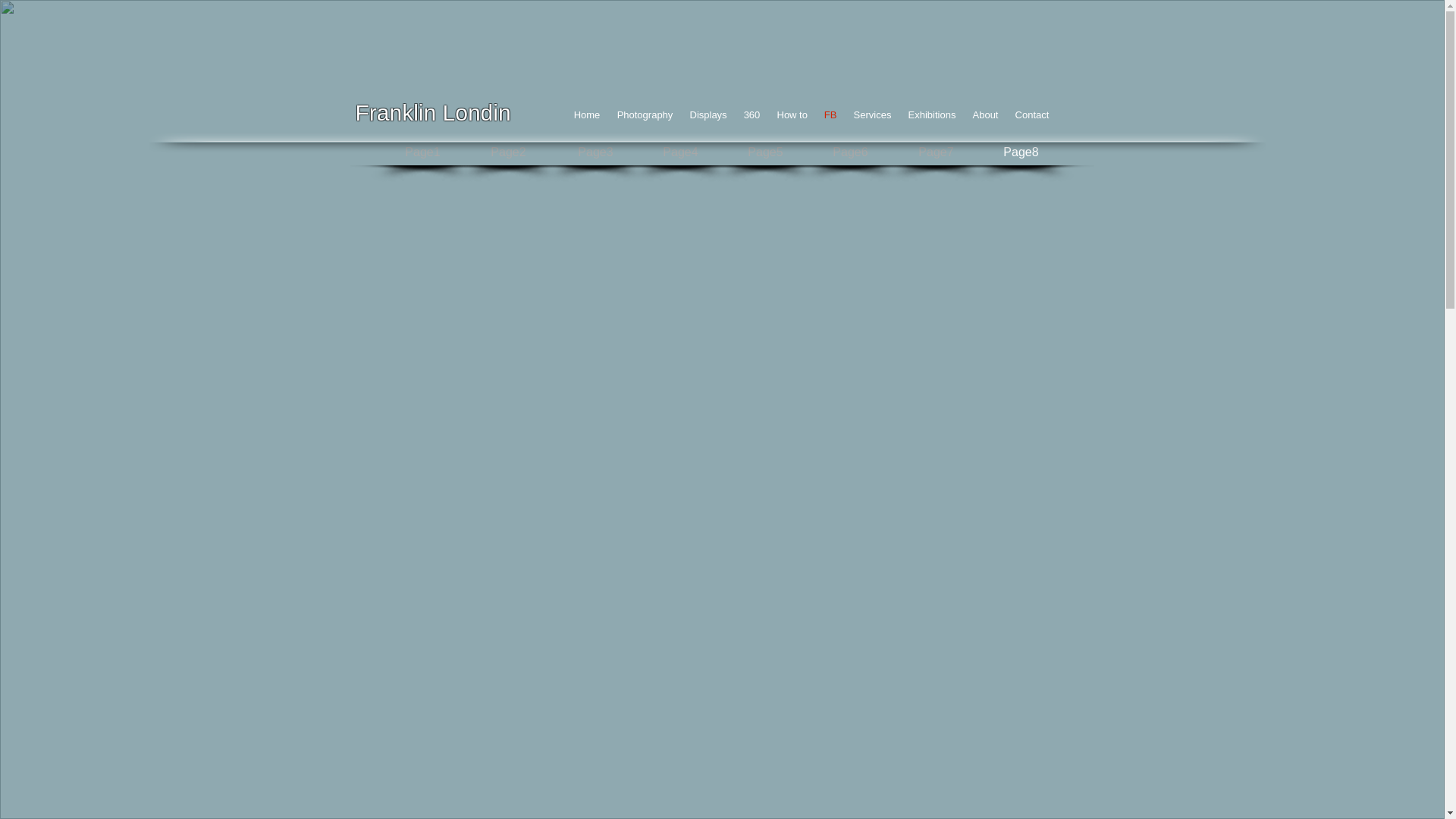  What do you see at coordinates (764, 152) in the screenshot?
I see `'Page5'` at bounding box center [764, 152].